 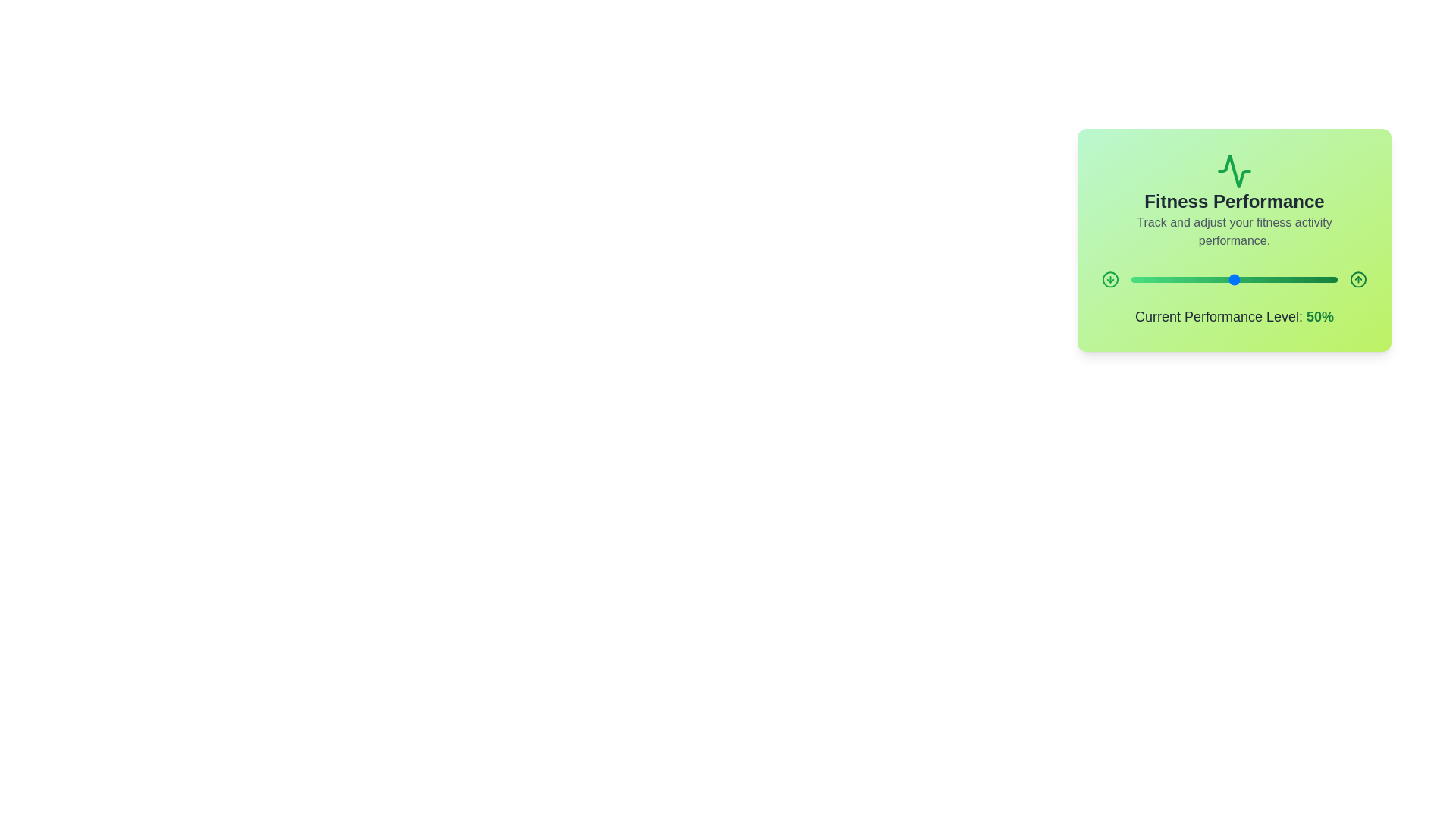 I want to click on the slider to set the performance level to 94%, so click(x=1324, y=280).